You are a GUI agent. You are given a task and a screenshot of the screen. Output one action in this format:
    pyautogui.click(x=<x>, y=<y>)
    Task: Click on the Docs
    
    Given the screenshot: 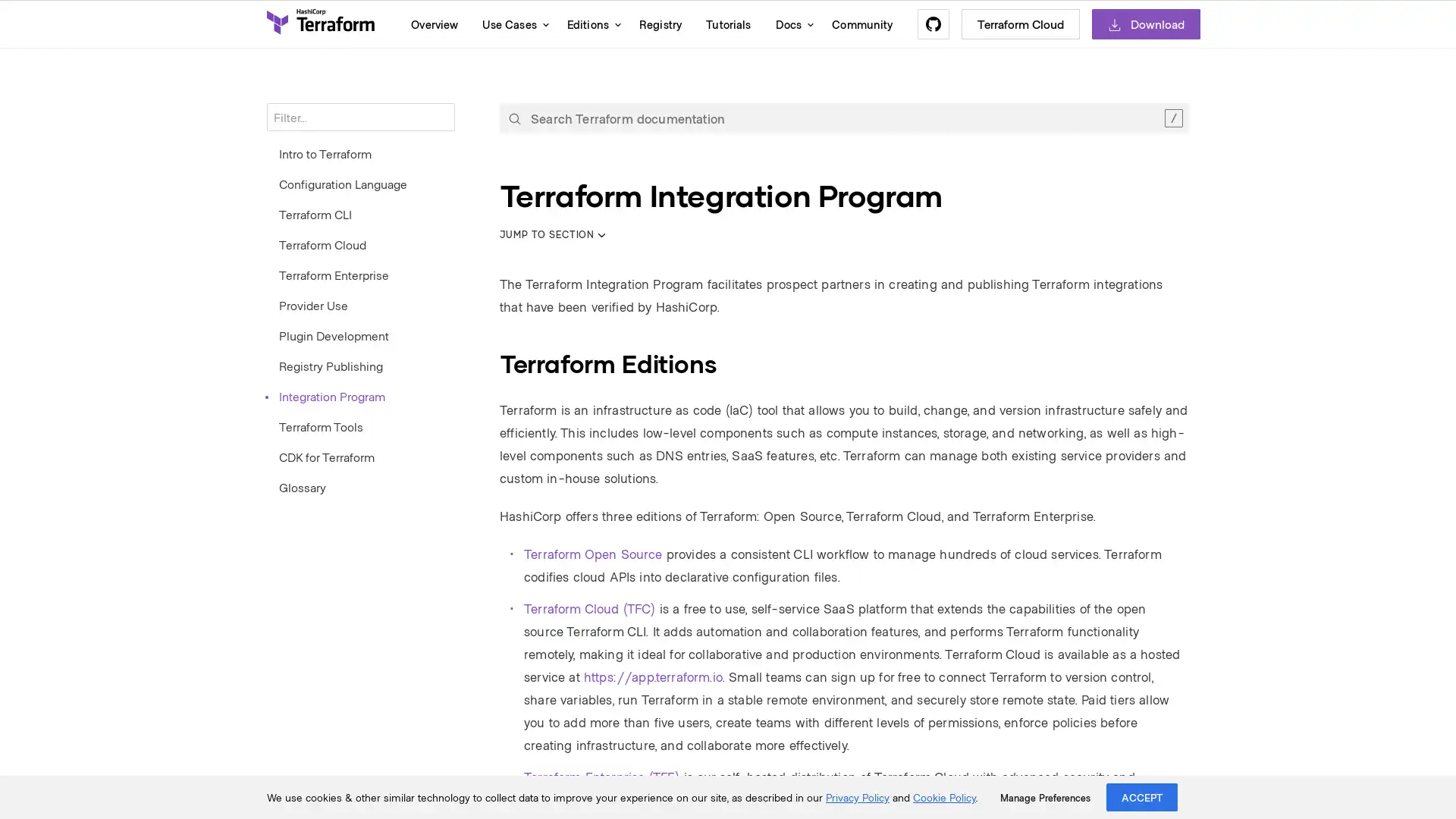 What is the action you would take?
    pyautogui.click(x=790, y=24)
    